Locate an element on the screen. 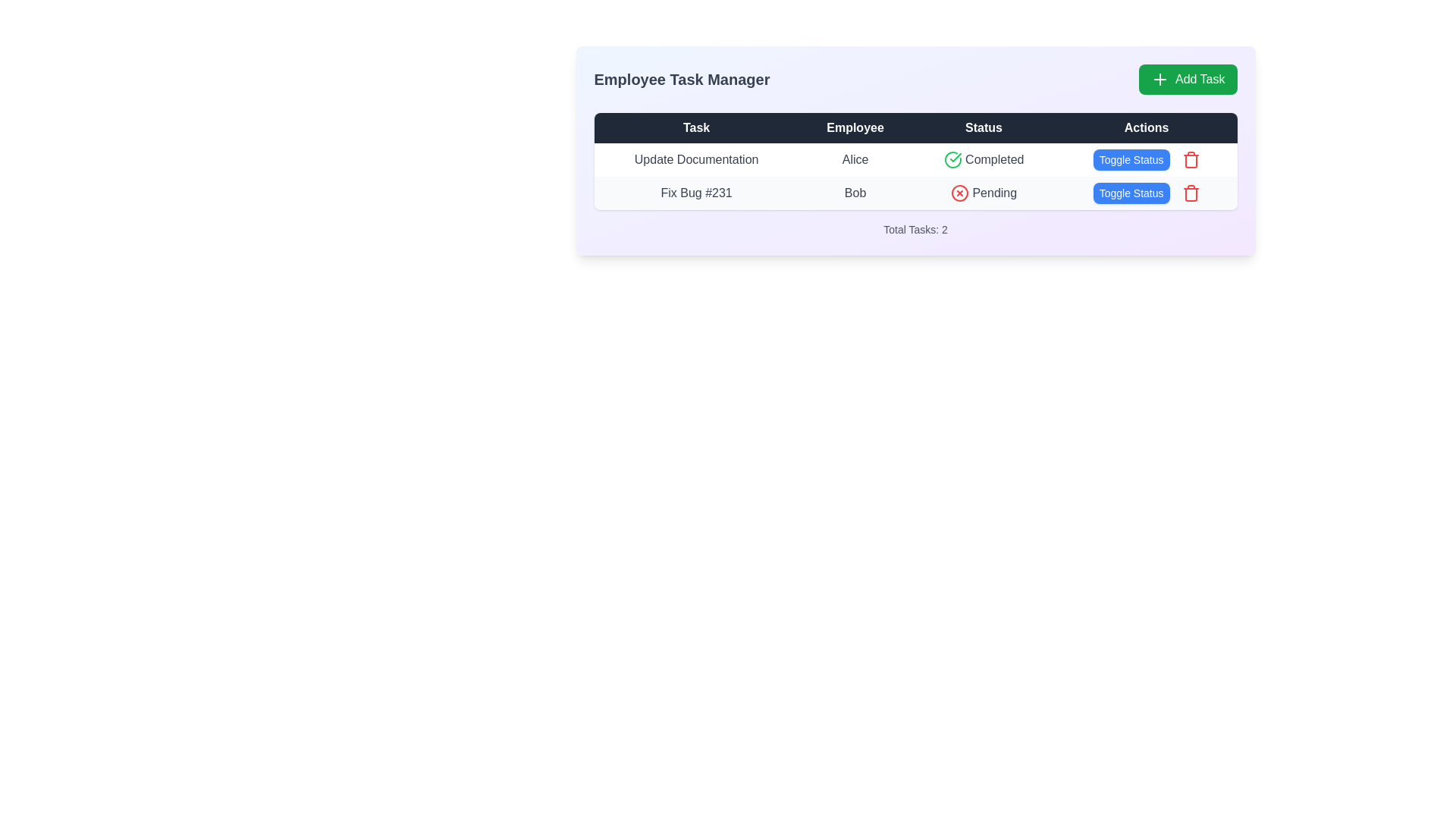 The image size is (1456, 819). the toggle button for the 'Update Documentation' task located in the 'Actions' column is located at coordinates (1147, 160).